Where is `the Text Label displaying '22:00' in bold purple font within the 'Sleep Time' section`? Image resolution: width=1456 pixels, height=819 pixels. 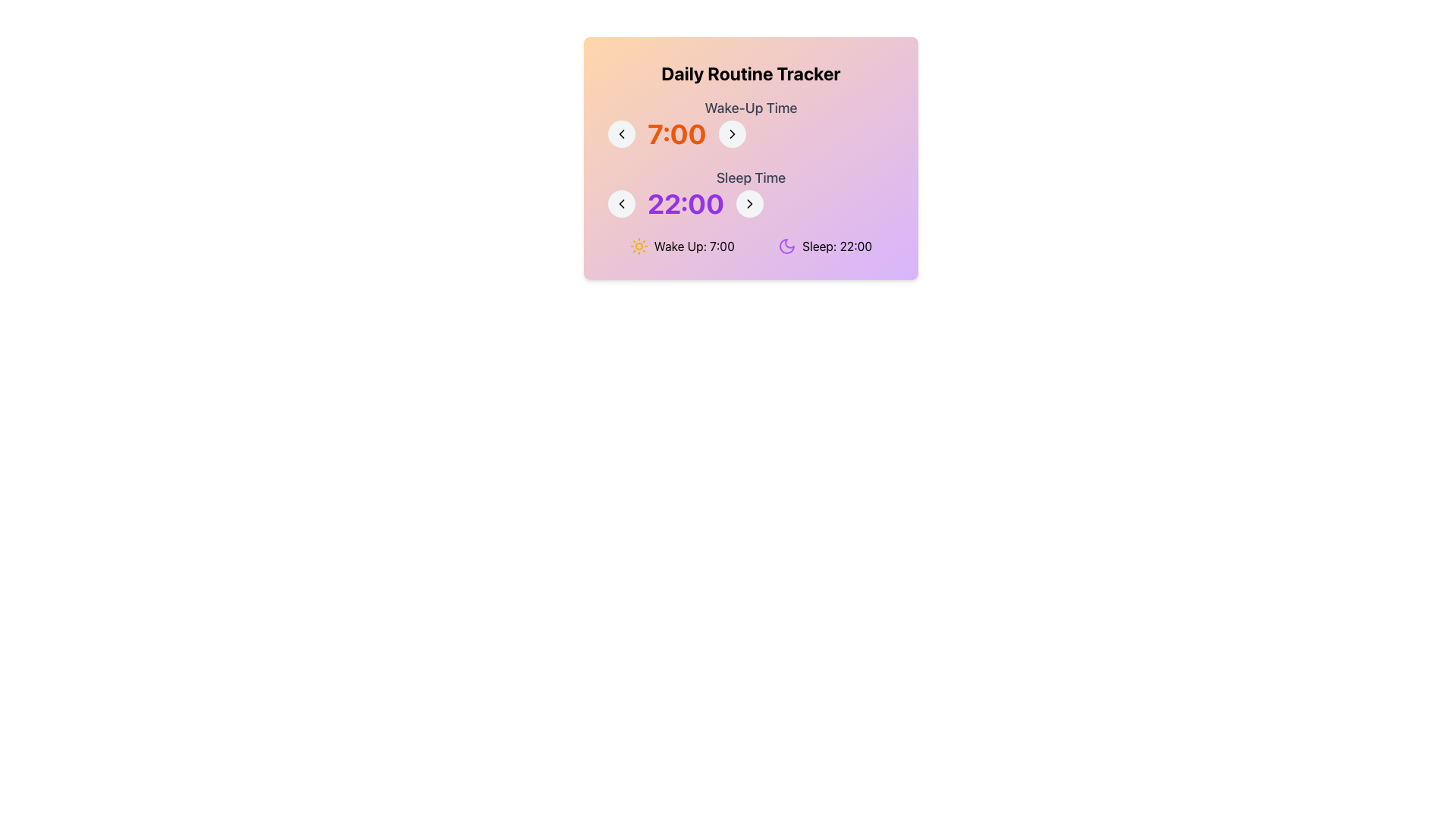
the Text Label displaying '22:00' in bold purple font within the 'Sleep Time' section is located at coordinates (685, 203).